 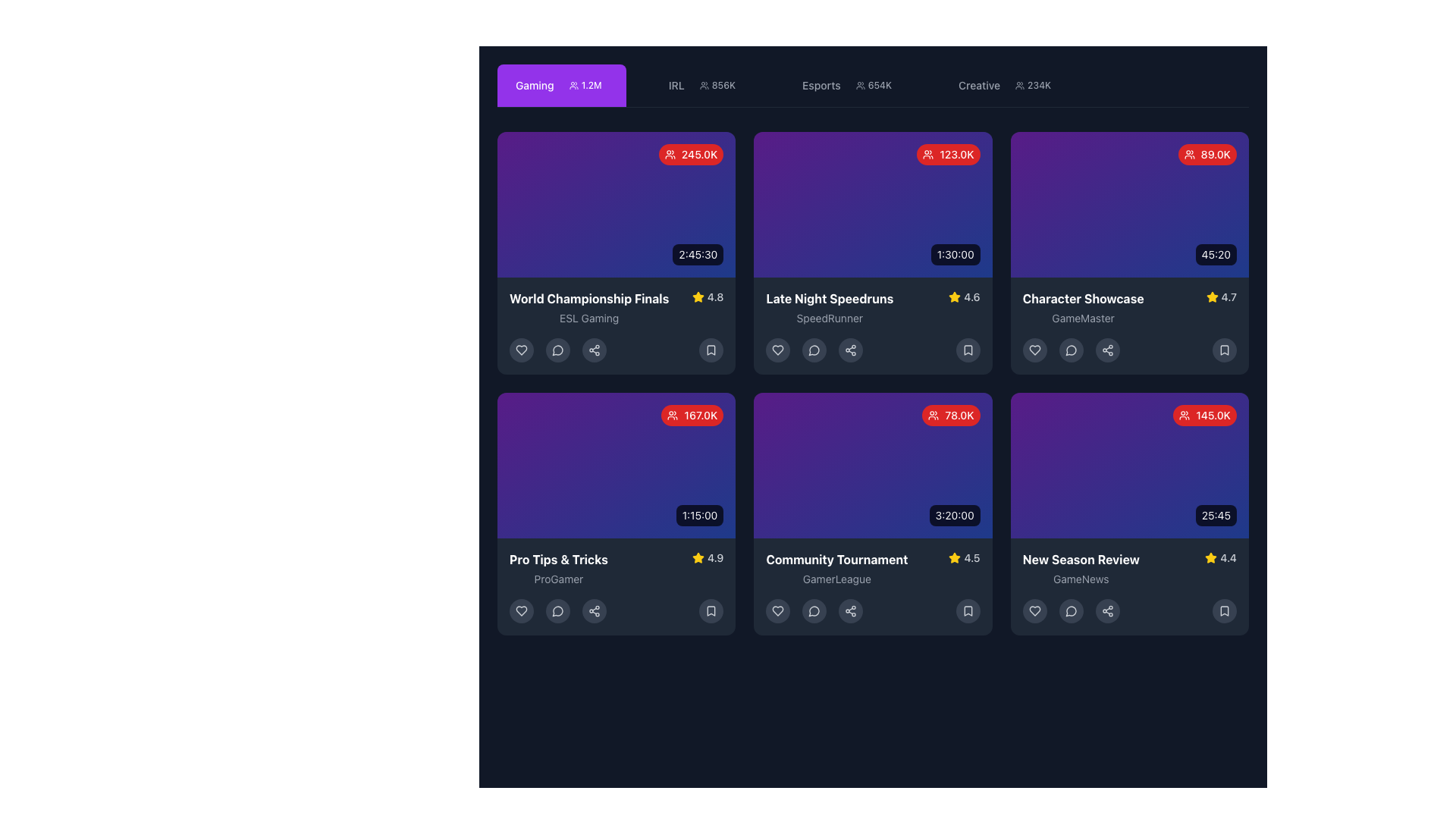 What do you see at coordinates (873, 568) in the screenshot?
I see `text content from the 'Community Tournament' text block, which includes the bold white text 'Community Tournament' and the smaller gray text 'GamerLeague', along with the yellow star icon and rating '4.5' located in the bottom-middle card of the grid layout` at bounding box center [873, 568].